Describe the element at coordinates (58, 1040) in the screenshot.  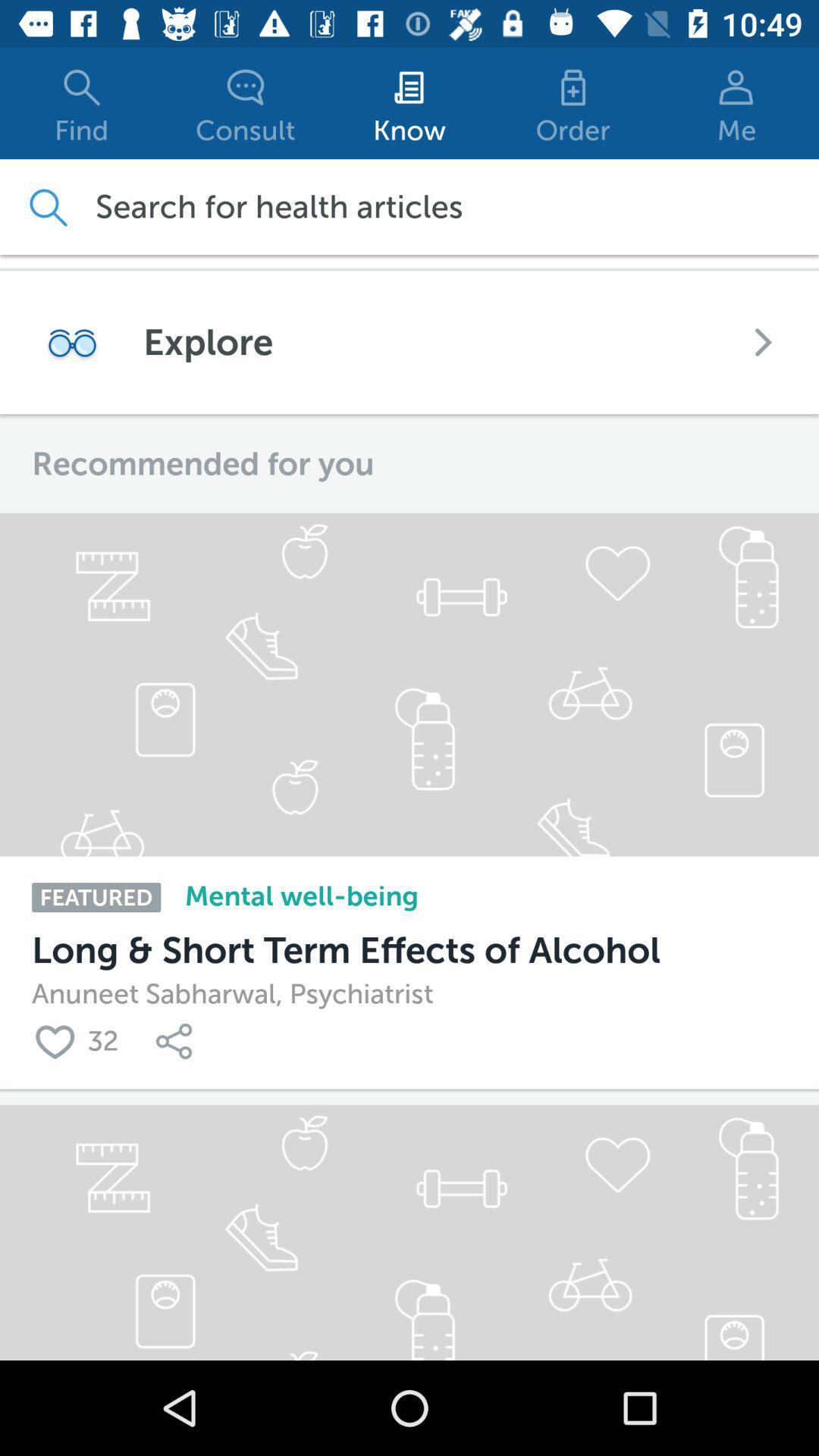
I see `loved the content` at that location.